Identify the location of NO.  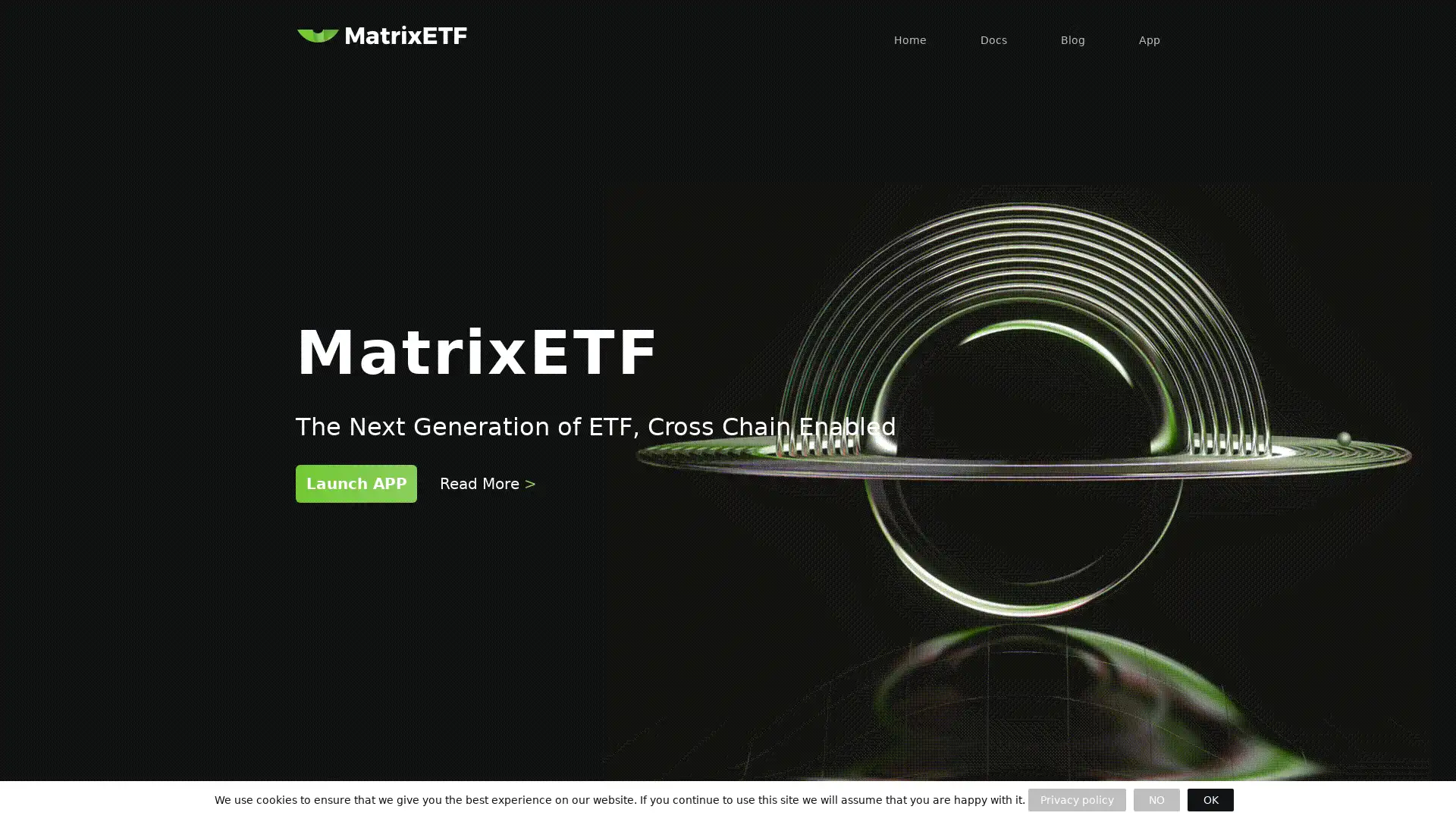
(1156, 799).